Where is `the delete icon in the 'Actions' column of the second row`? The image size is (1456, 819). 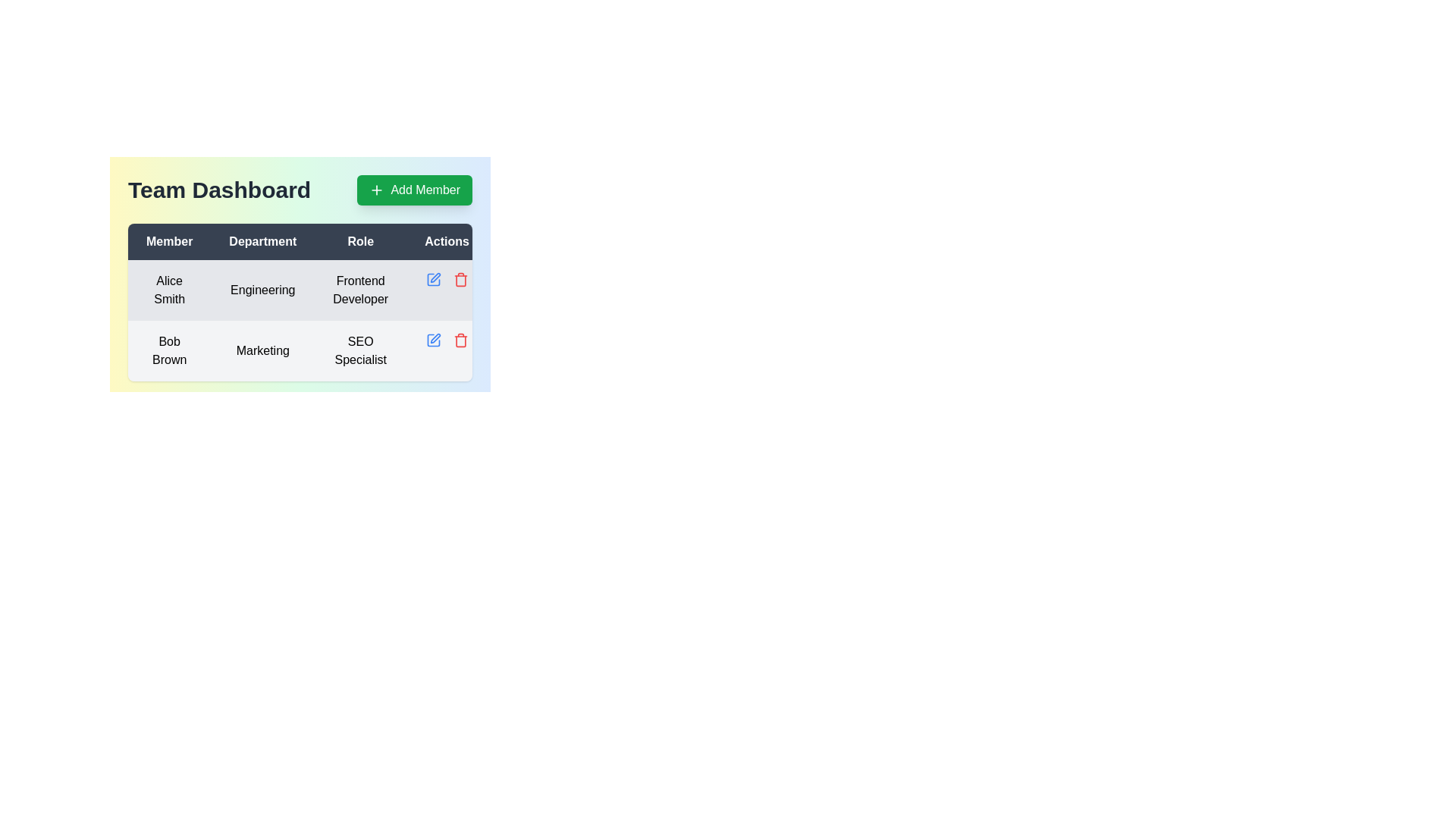
the delete icon in the 'Actions' column of the second row is located at coordinates (460, 339).